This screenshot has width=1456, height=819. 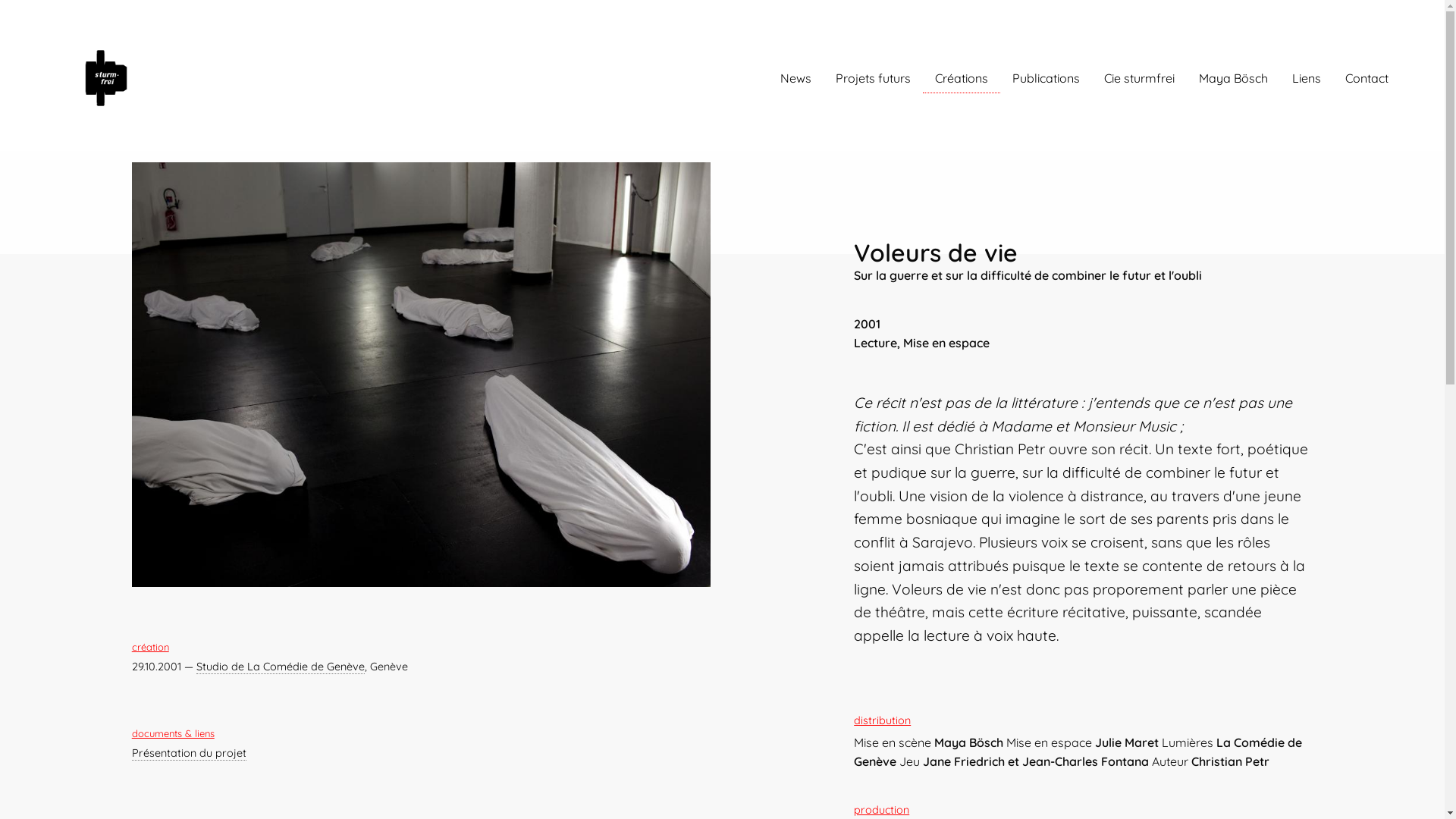 I want to click on 'News', so click(x=795, y=78).